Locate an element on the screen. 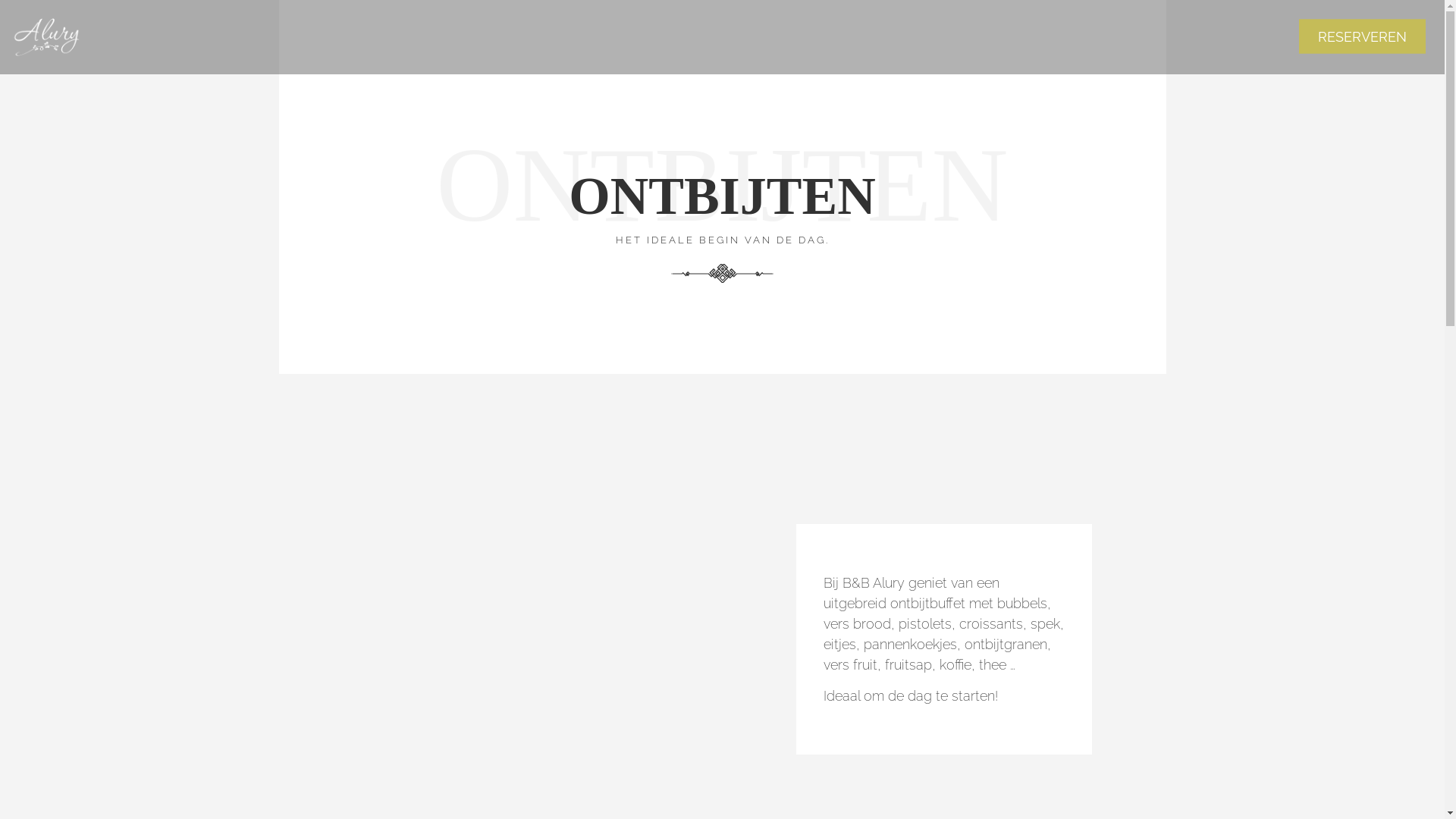 The height and width of the screenshot is (819, 1456). 'RESERVEREN' is located at coordinates (1362, 35).